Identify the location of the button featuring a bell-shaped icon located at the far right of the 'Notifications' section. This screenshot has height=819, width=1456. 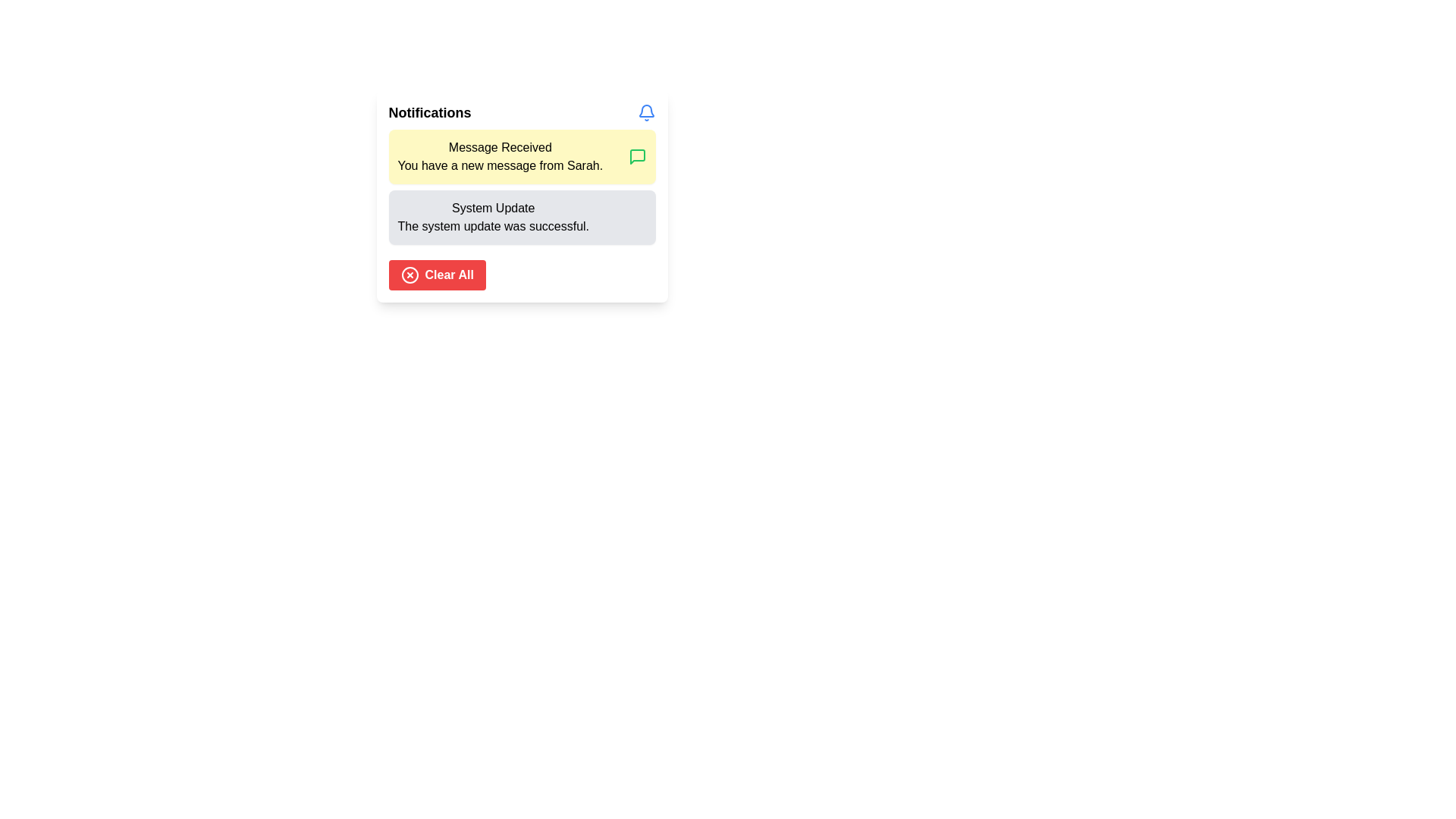
(646, 112).